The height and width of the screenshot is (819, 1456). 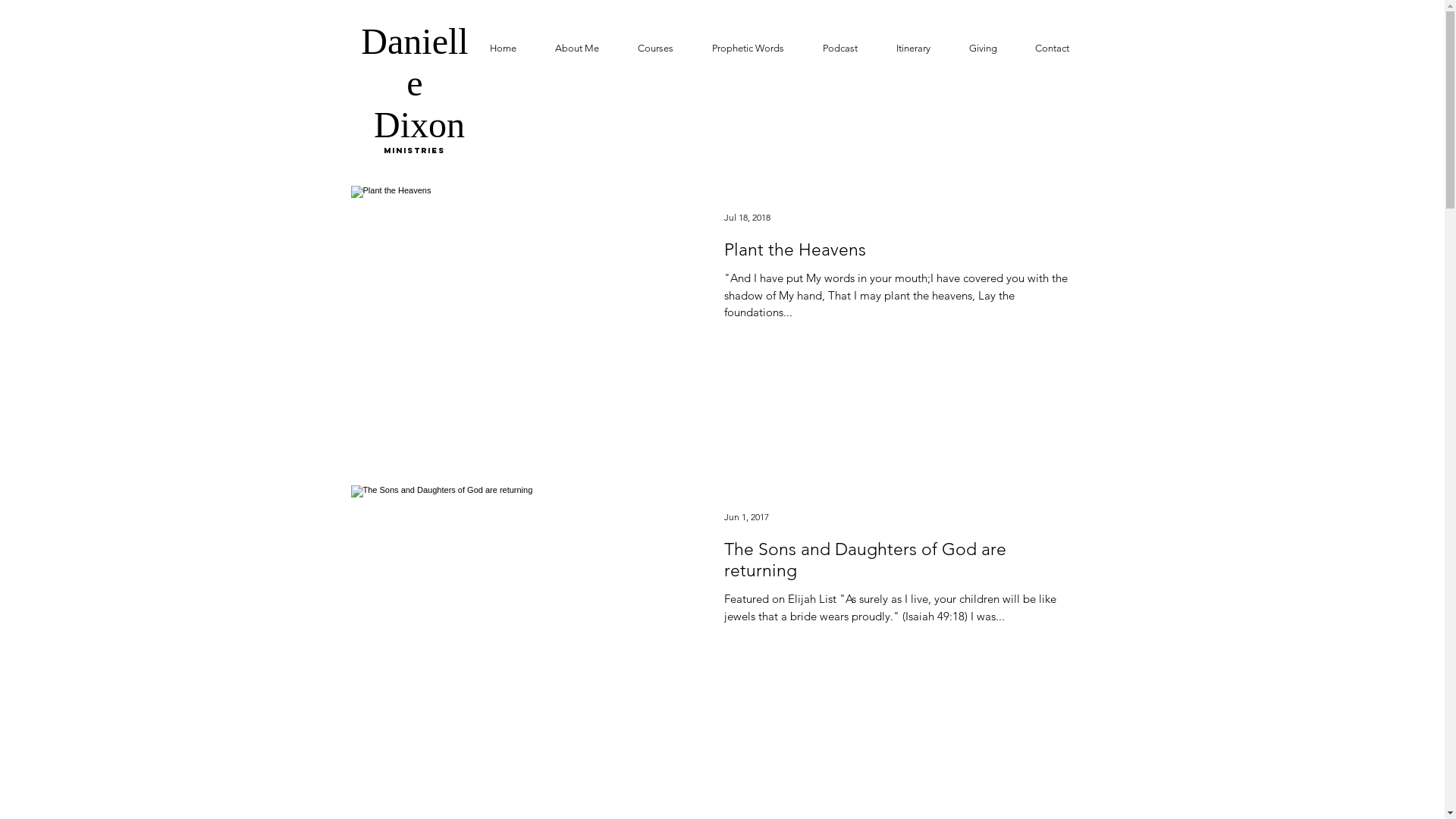 What do you see at coordinates (949, 48) in the screenshot?
I see `'Giving'` at bounding box center [949, 48].